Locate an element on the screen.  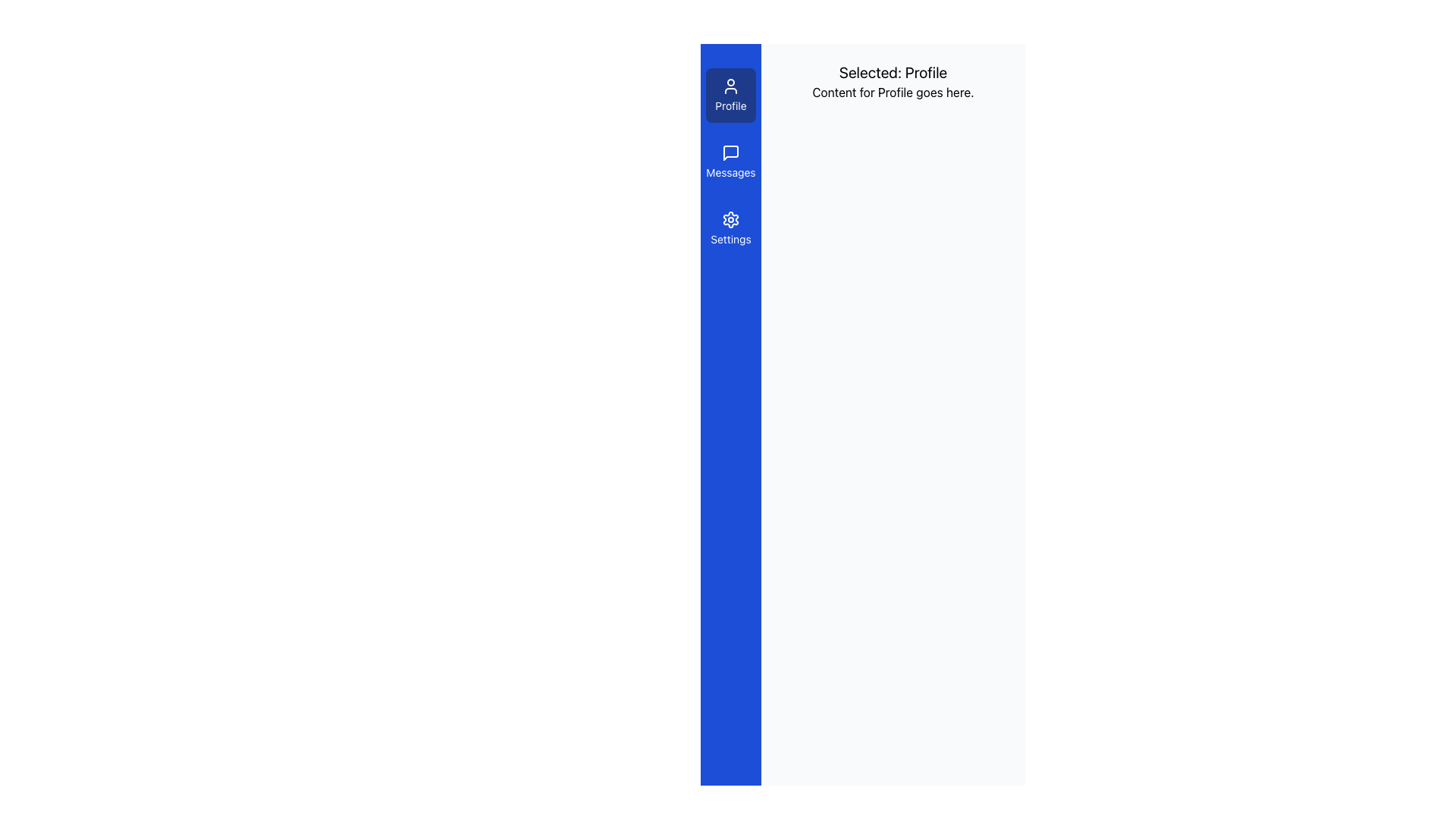
static text element that displays 'Content for Profile goes here.' located beneath the heading 'Selected: Profile' in the main content area is located at coordinates (893, 93).